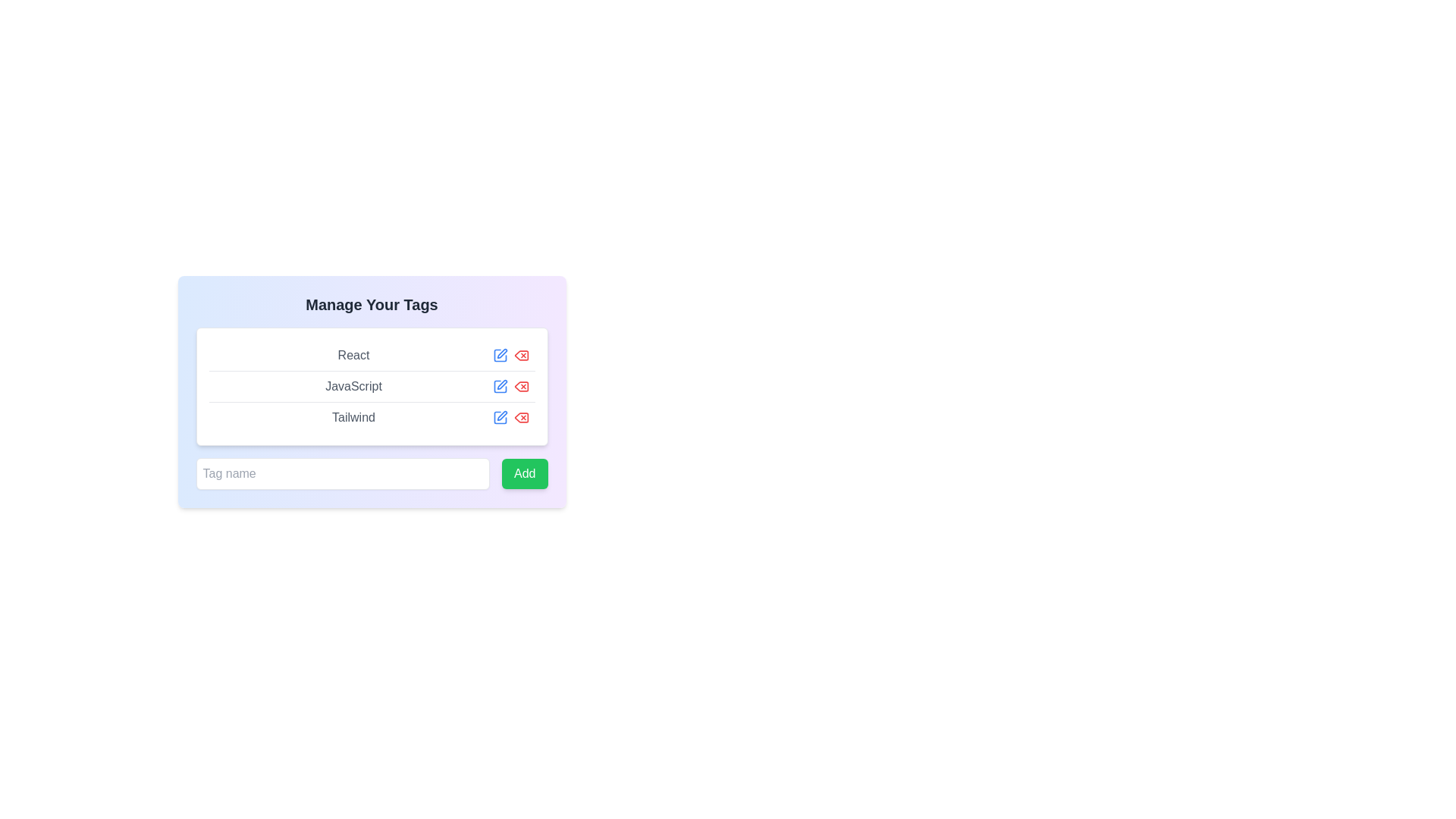 This screenshot has height=819, width=1456. Describe the element at coordinates (502, 384) in the screenshot. I see `the SVG-based pencil icon that signifies an edit or writing action` at that location.